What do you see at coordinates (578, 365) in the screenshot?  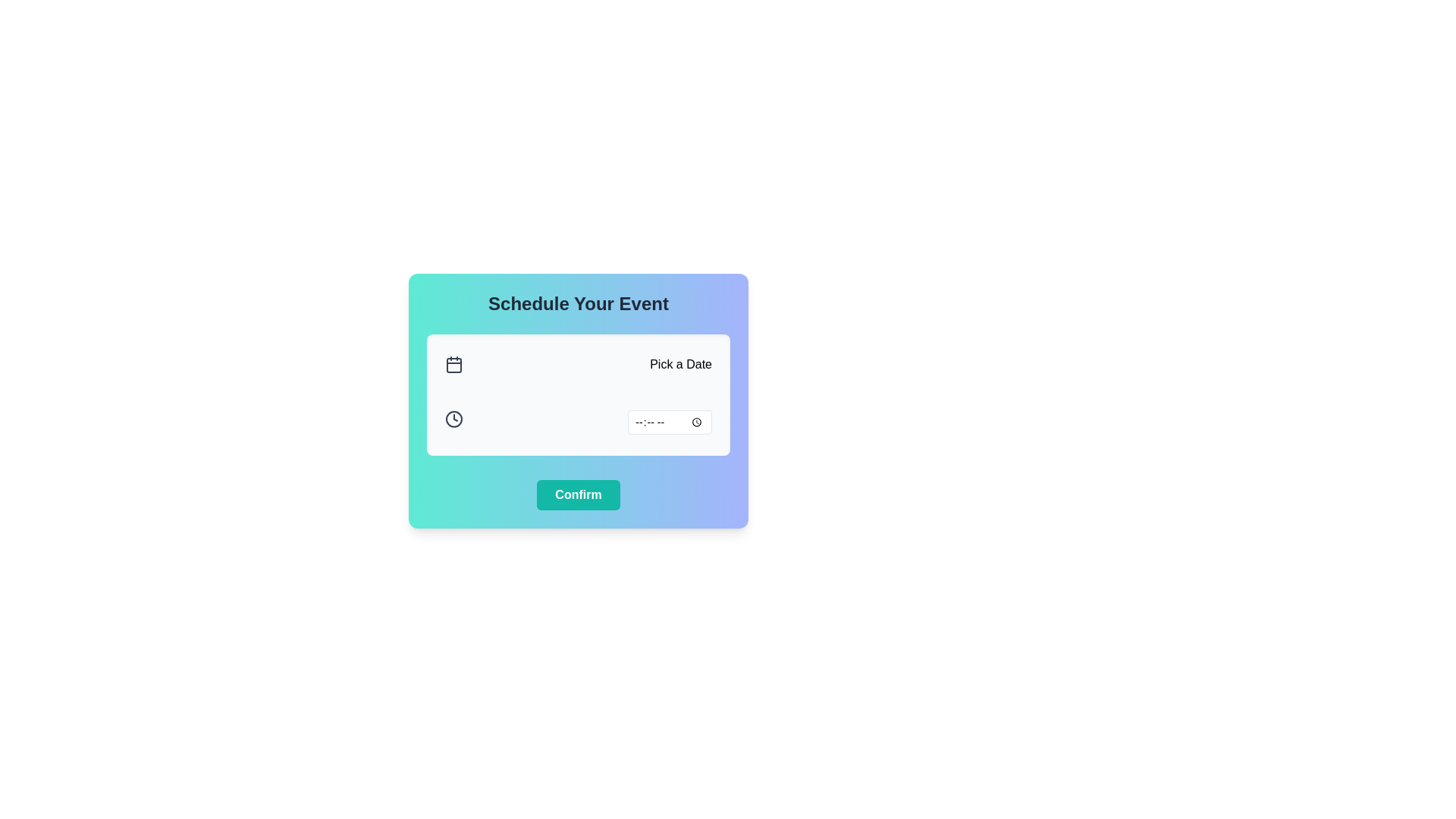 I see `the 'Pick a Date' interactive label with icon for keyboard navigation` at bounding box center [578, 365].